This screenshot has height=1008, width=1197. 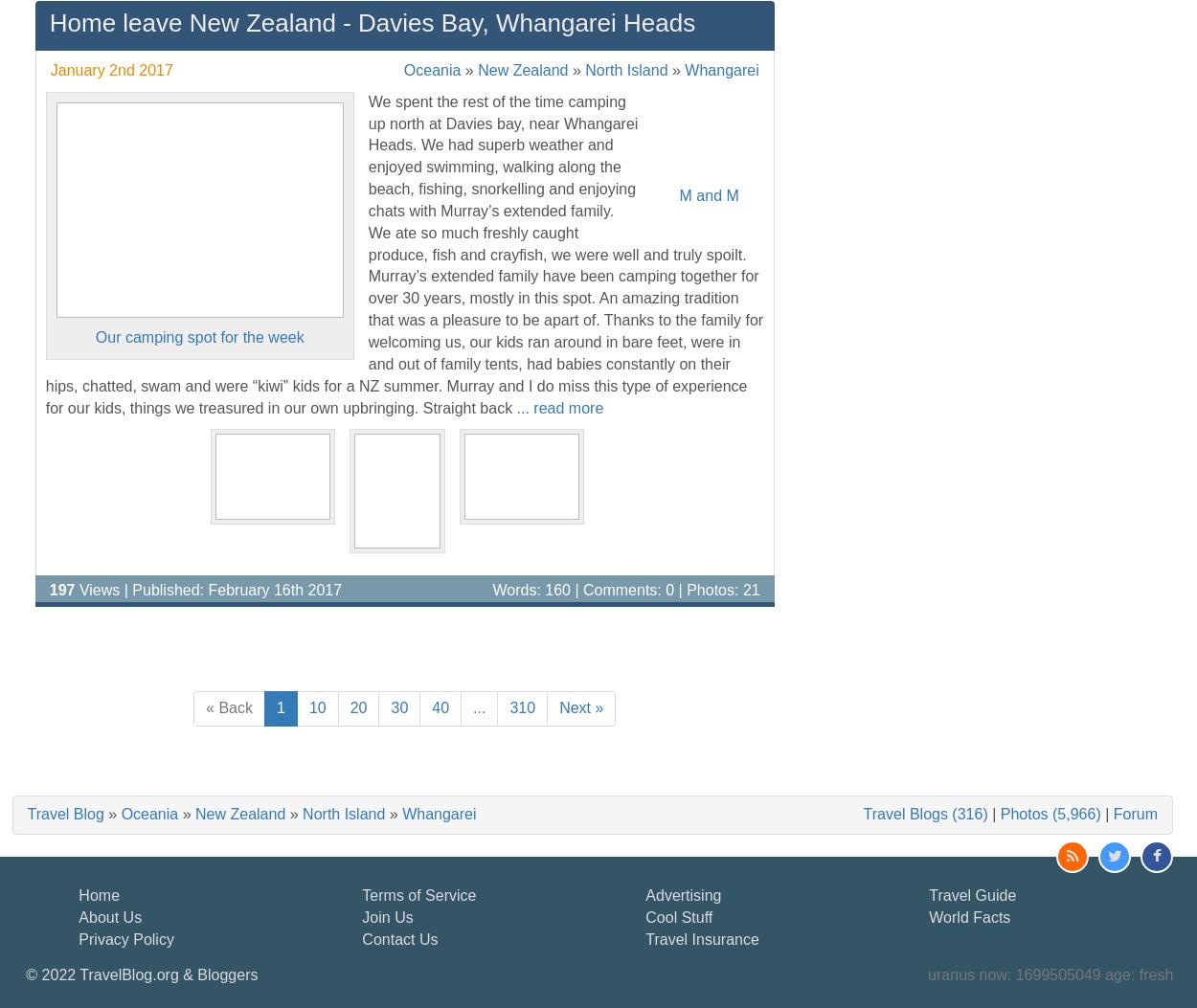 I want to click on 'Contact Us', so click(x=362, y=938).